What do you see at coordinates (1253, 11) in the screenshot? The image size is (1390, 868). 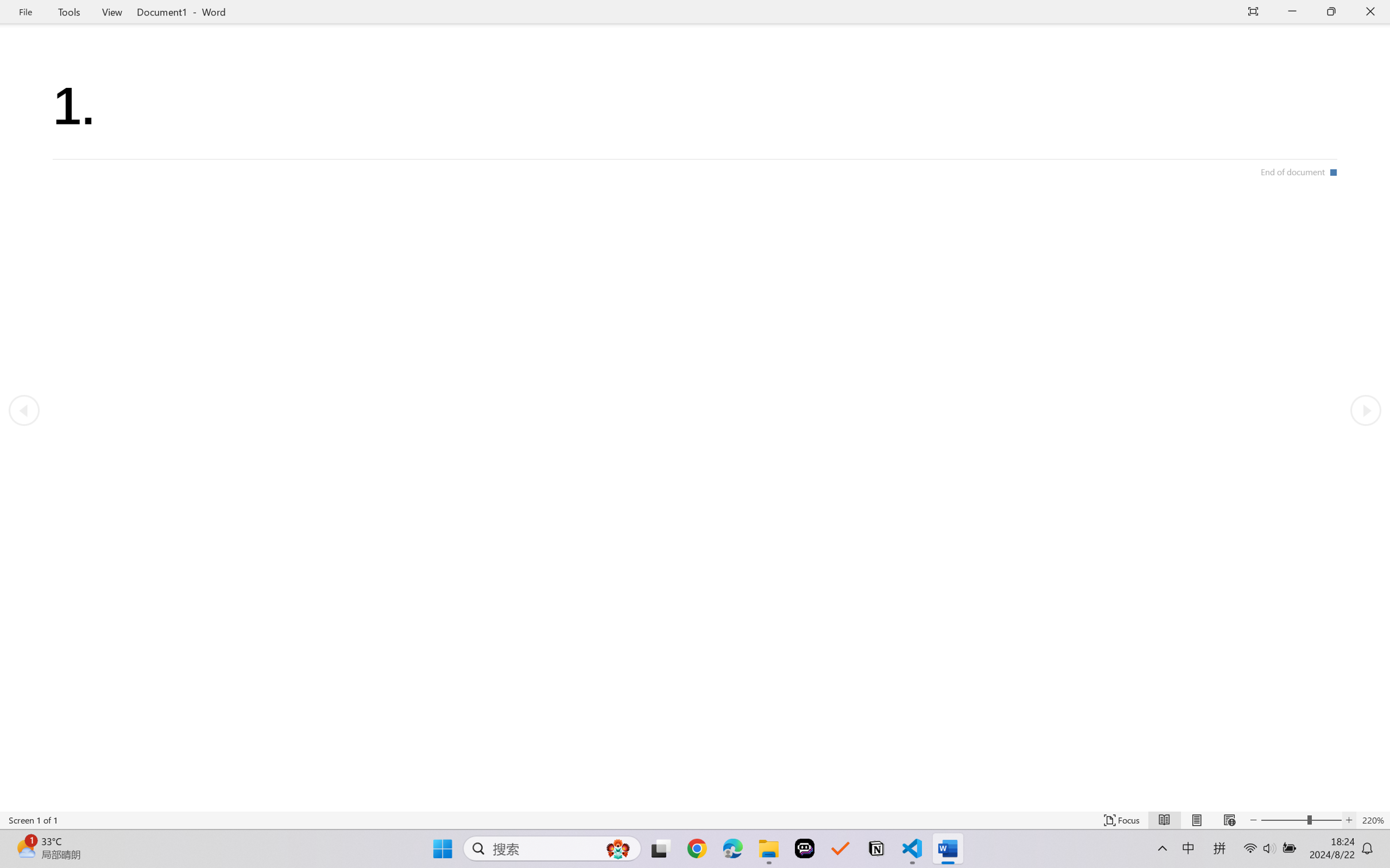 I see `'Auto-hide Reading Toolbar'` at bounding box center [1253, 11].